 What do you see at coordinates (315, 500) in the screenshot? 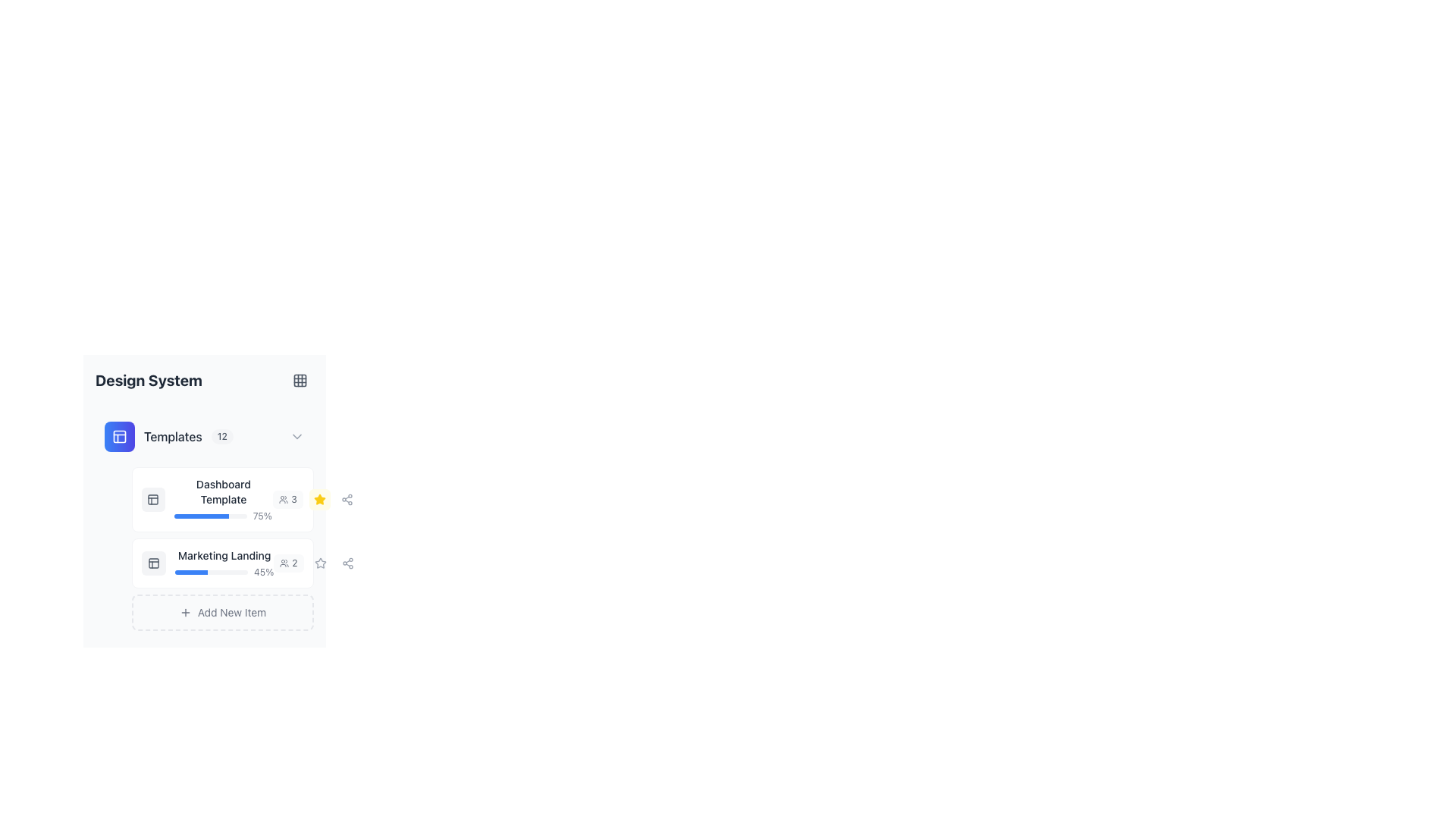
I see `the star icon located to the right of the 'Dashboard Template' label in the 'Design System' section for a tooltip` at bounding box center [315, 500].